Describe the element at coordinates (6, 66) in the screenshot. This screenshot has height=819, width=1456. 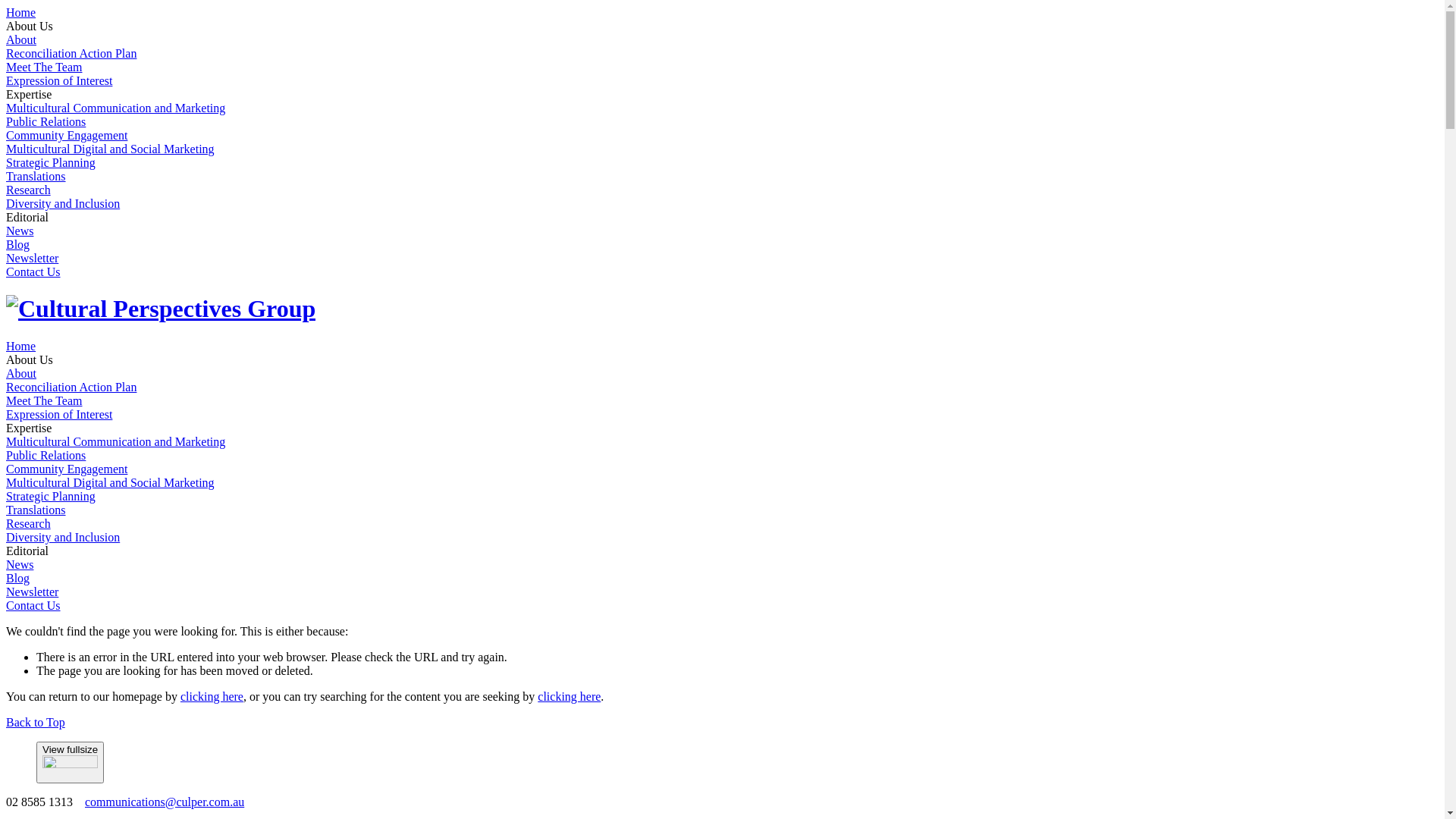
I see `'Meet The Team'` at that location.